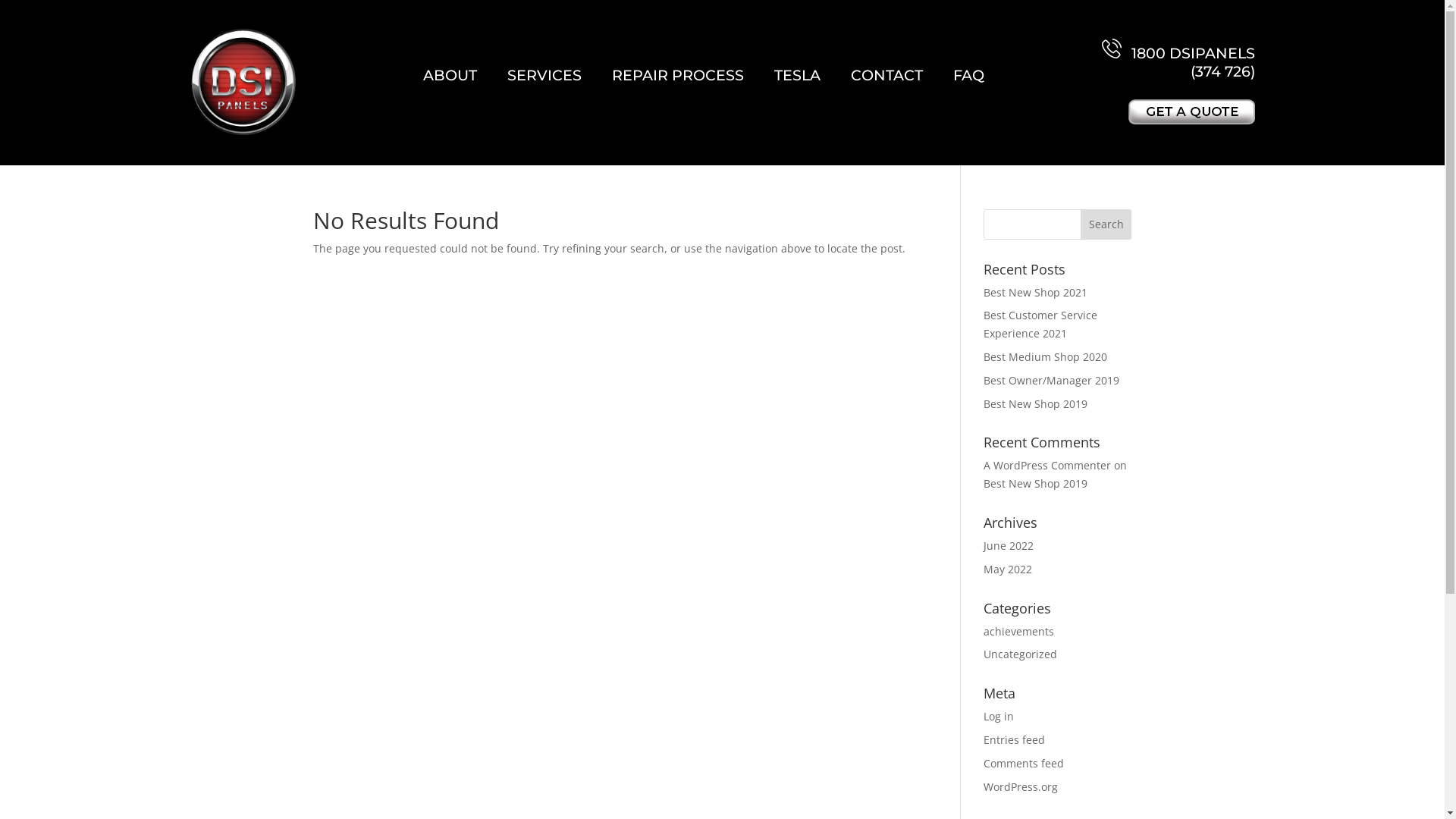 This screenshot has width=1456, height=819. I want to click on 'Best New Shop 2019', so click(1034, 483).